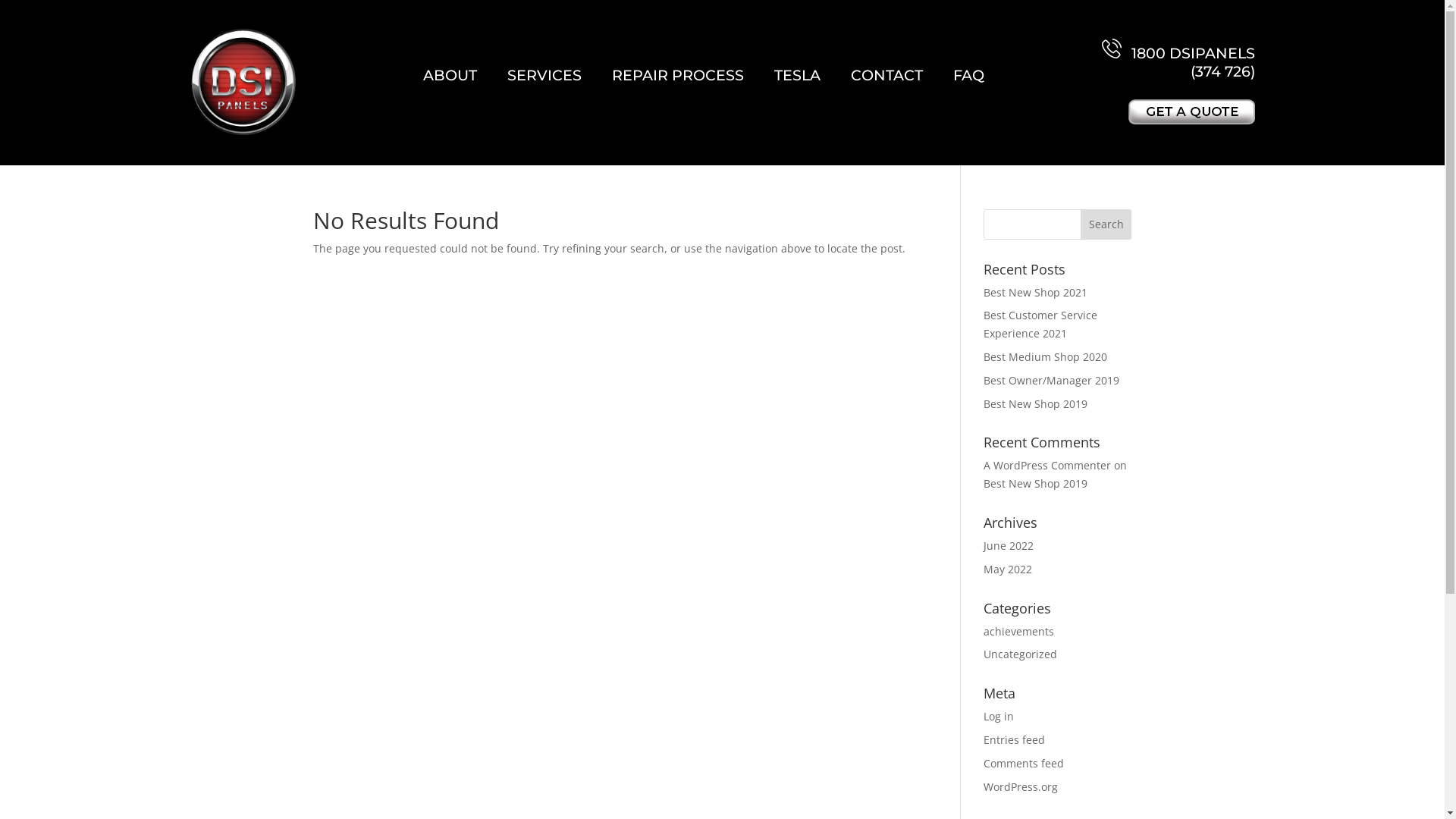 This screenshot has width=1456, height=819. I want to click on 'Best New Shop 2019', so click(1034, 483).